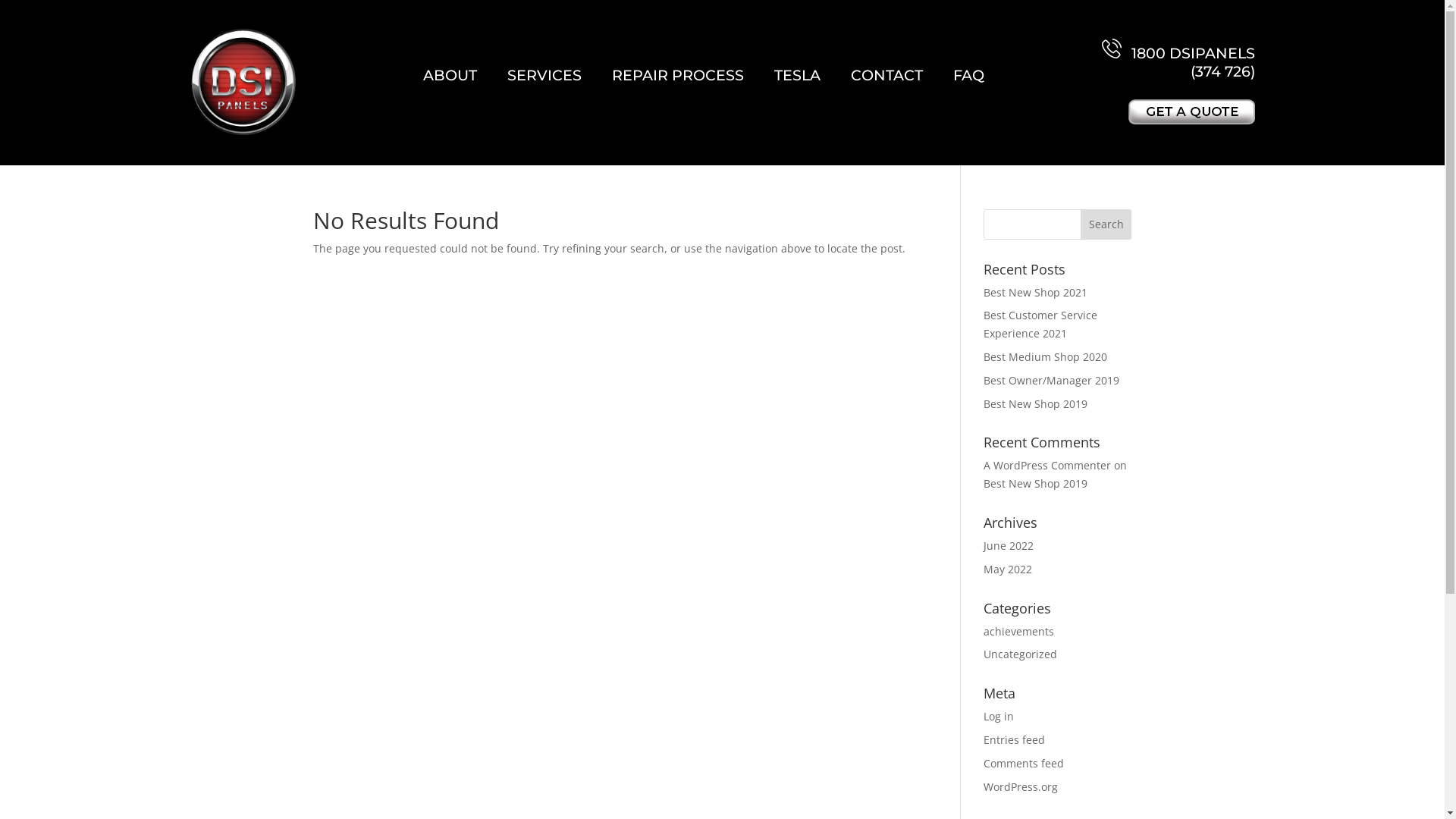 This screenshot has width=1456, height=819. I want to click on 'Best New Shop 2019', so click(1034, 483).